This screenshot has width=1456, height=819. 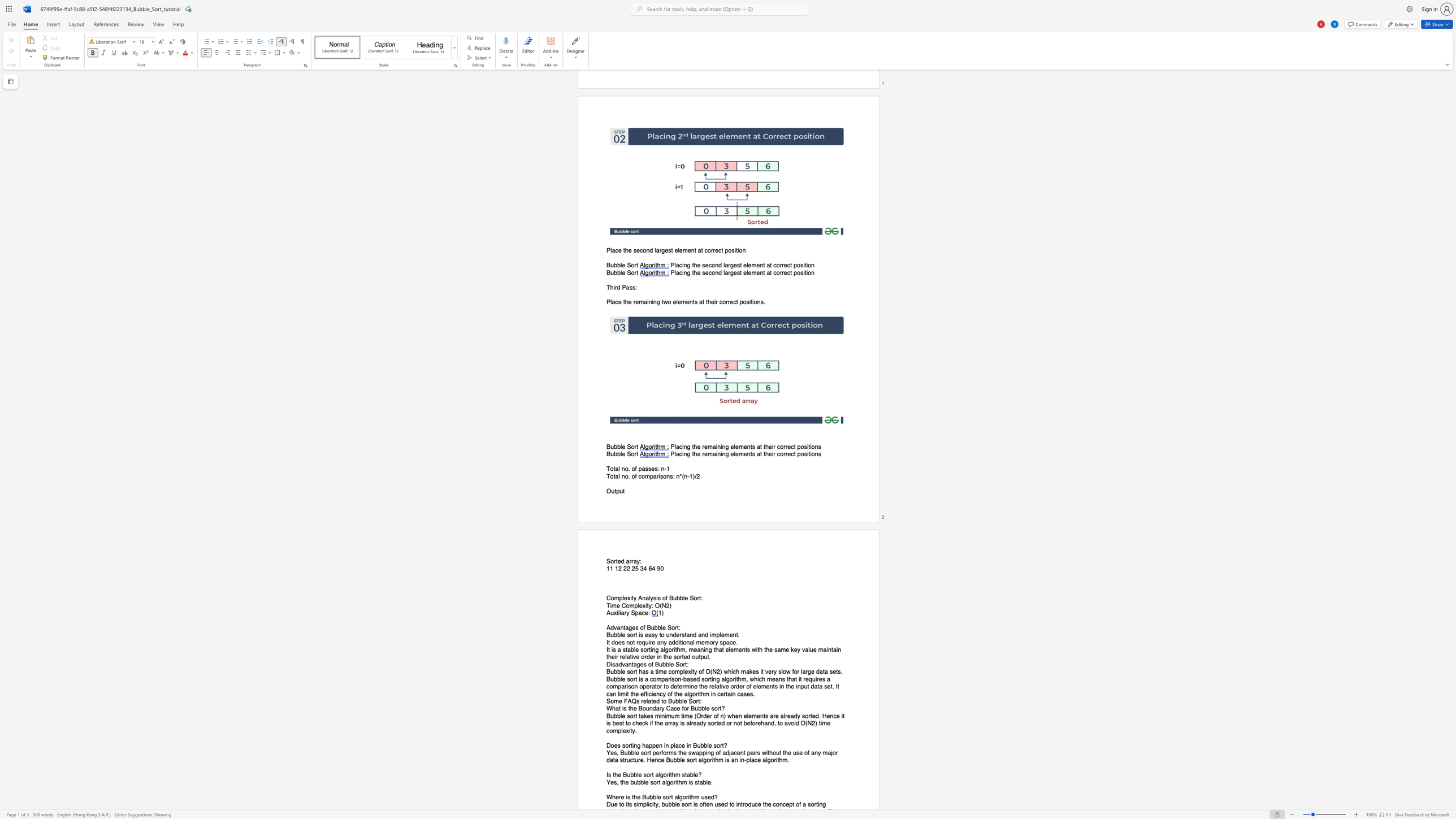 What do you see at coordinates (647, 627) in the screenshot?
I see `the subset text "Bubble S" within the text "Advantages of Bubble Sort:"` at bounding box center [647, 627].